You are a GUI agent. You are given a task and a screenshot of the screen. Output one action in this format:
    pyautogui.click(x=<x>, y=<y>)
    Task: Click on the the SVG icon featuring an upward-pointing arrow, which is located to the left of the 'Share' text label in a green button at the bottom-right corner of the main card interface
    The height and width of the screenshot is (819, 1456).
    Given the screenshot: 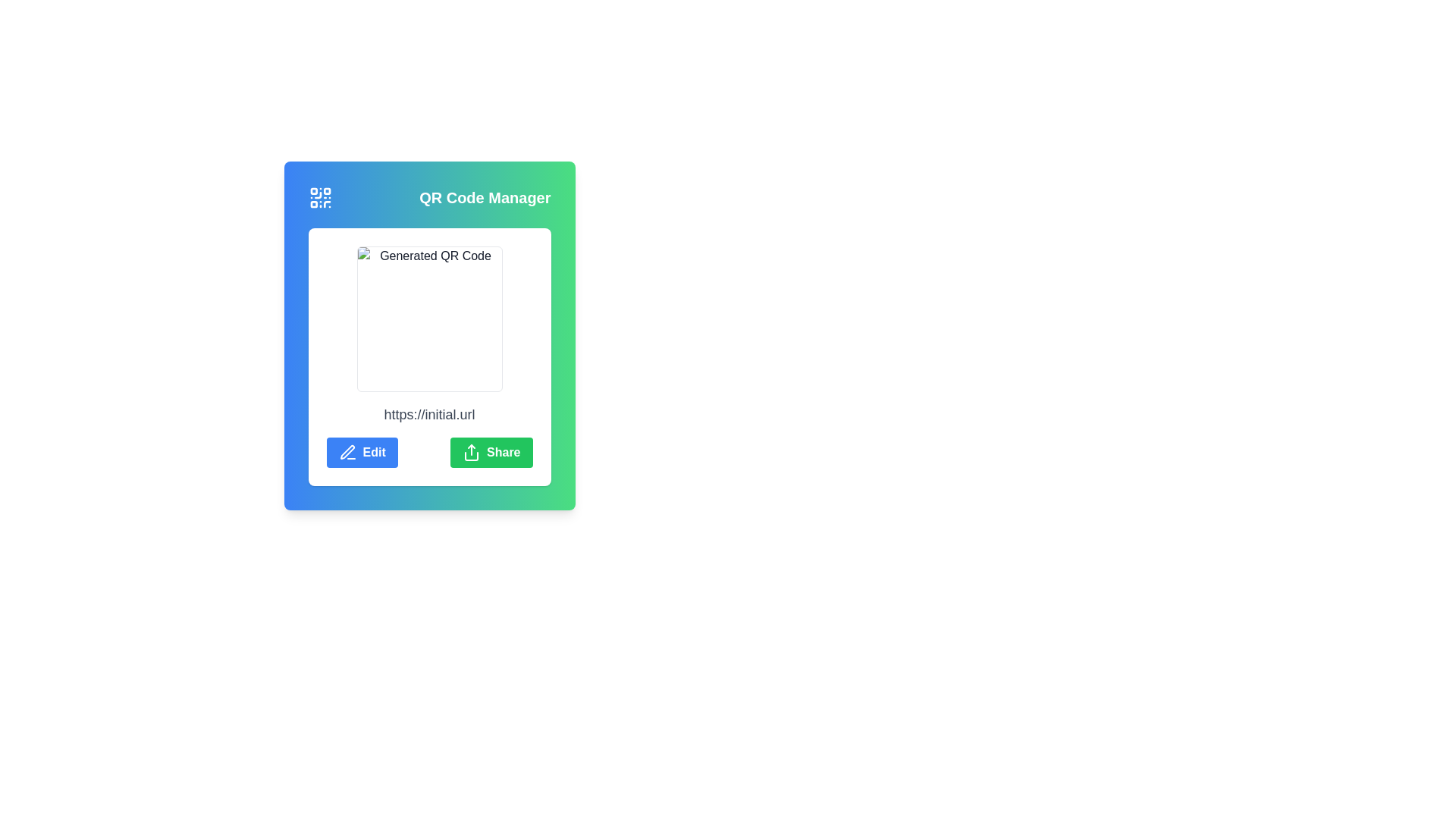 What is the action you would take?
    pyautogui.click(x=471, y=452)
    